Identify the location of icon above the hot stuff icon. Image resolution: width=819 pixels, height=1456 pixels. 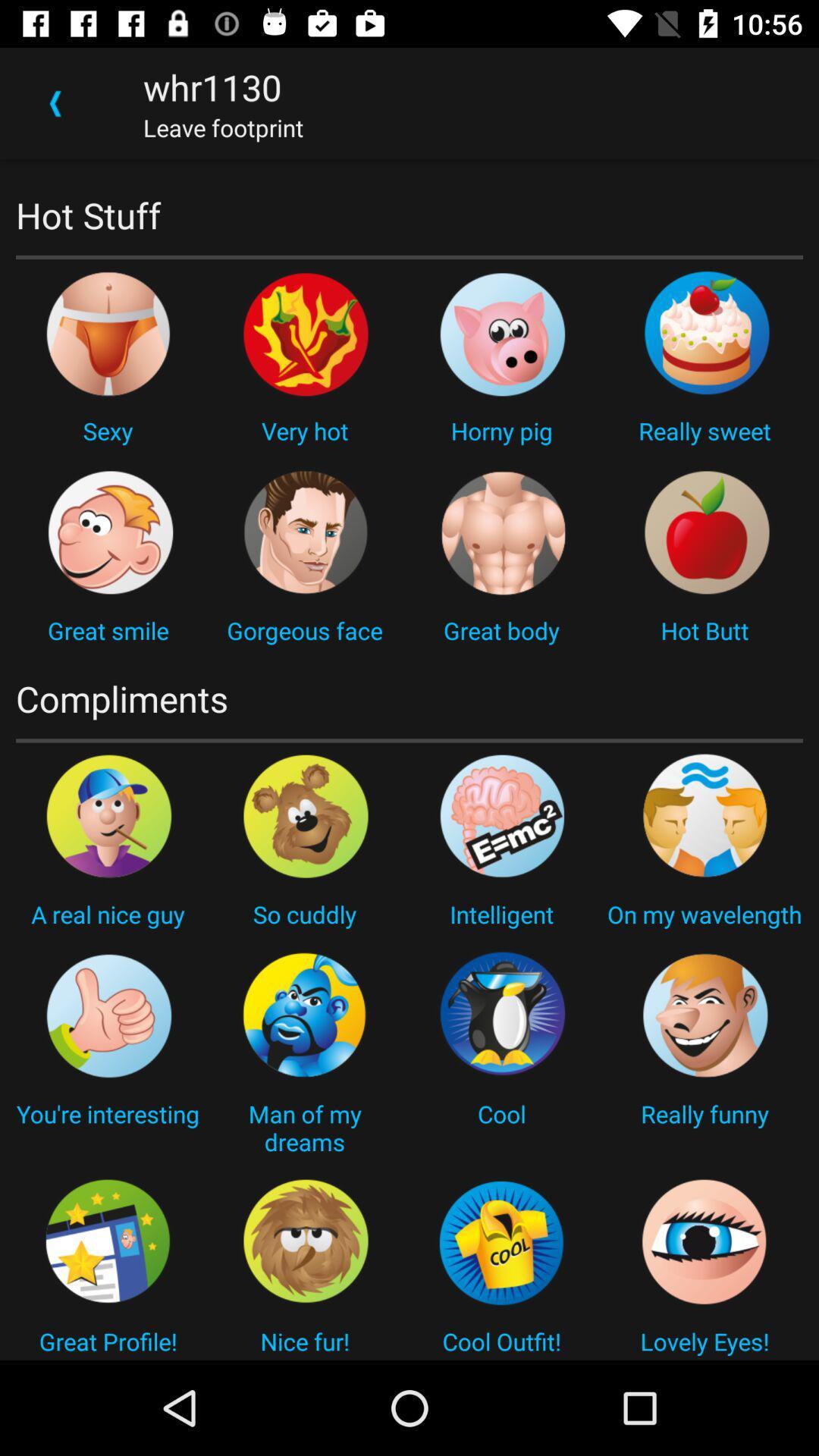
(55, 102).